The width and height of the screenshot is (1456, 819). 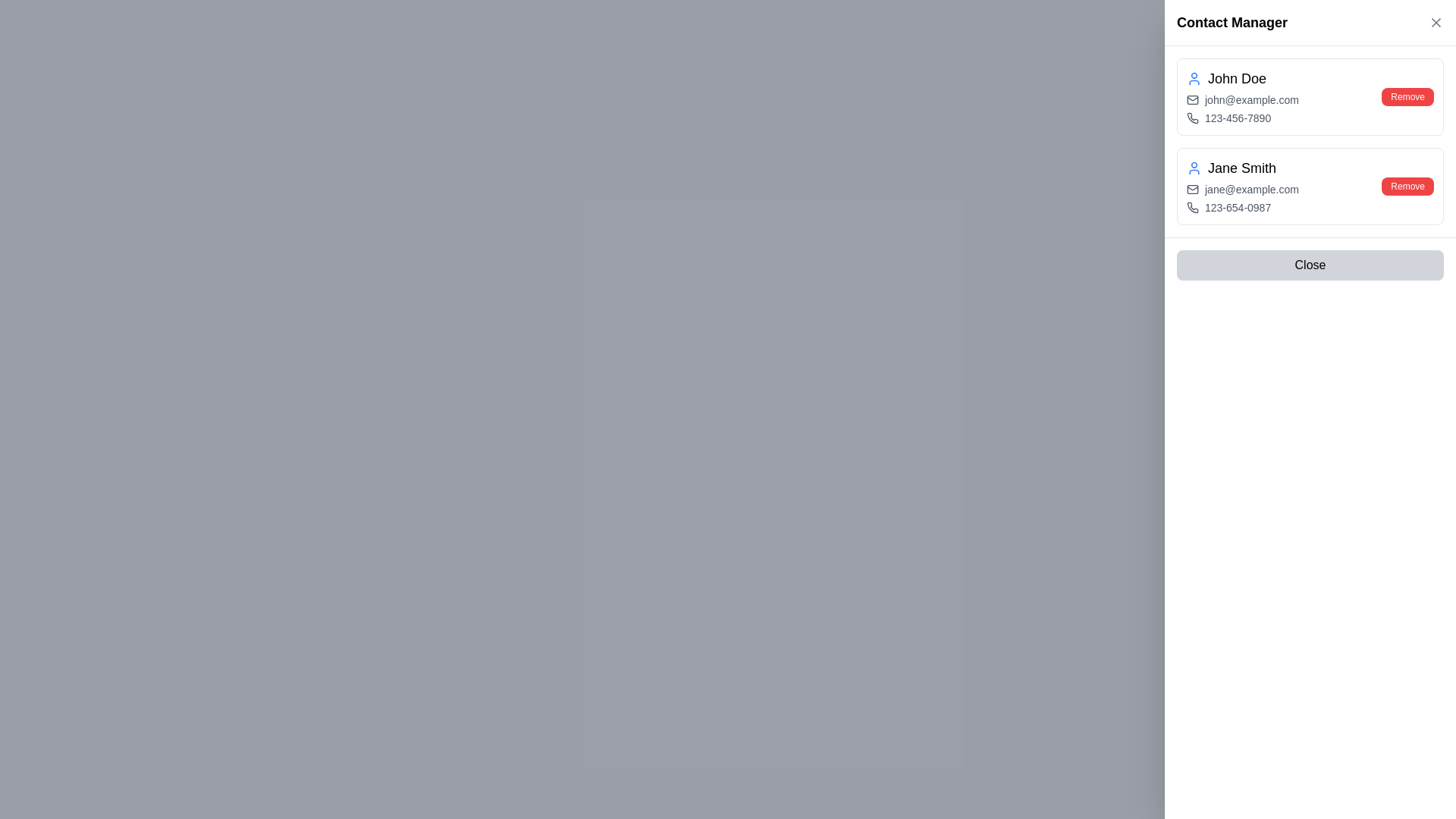 What do you see at coordinates (1242, 189) in the screenshot?
I see `the static text displaying the email address 'jane@example.com' associated with the contact 'Jane Smith', located in the contact card above the phone number '123-654-0987'` at bounding box center [1242, 189].